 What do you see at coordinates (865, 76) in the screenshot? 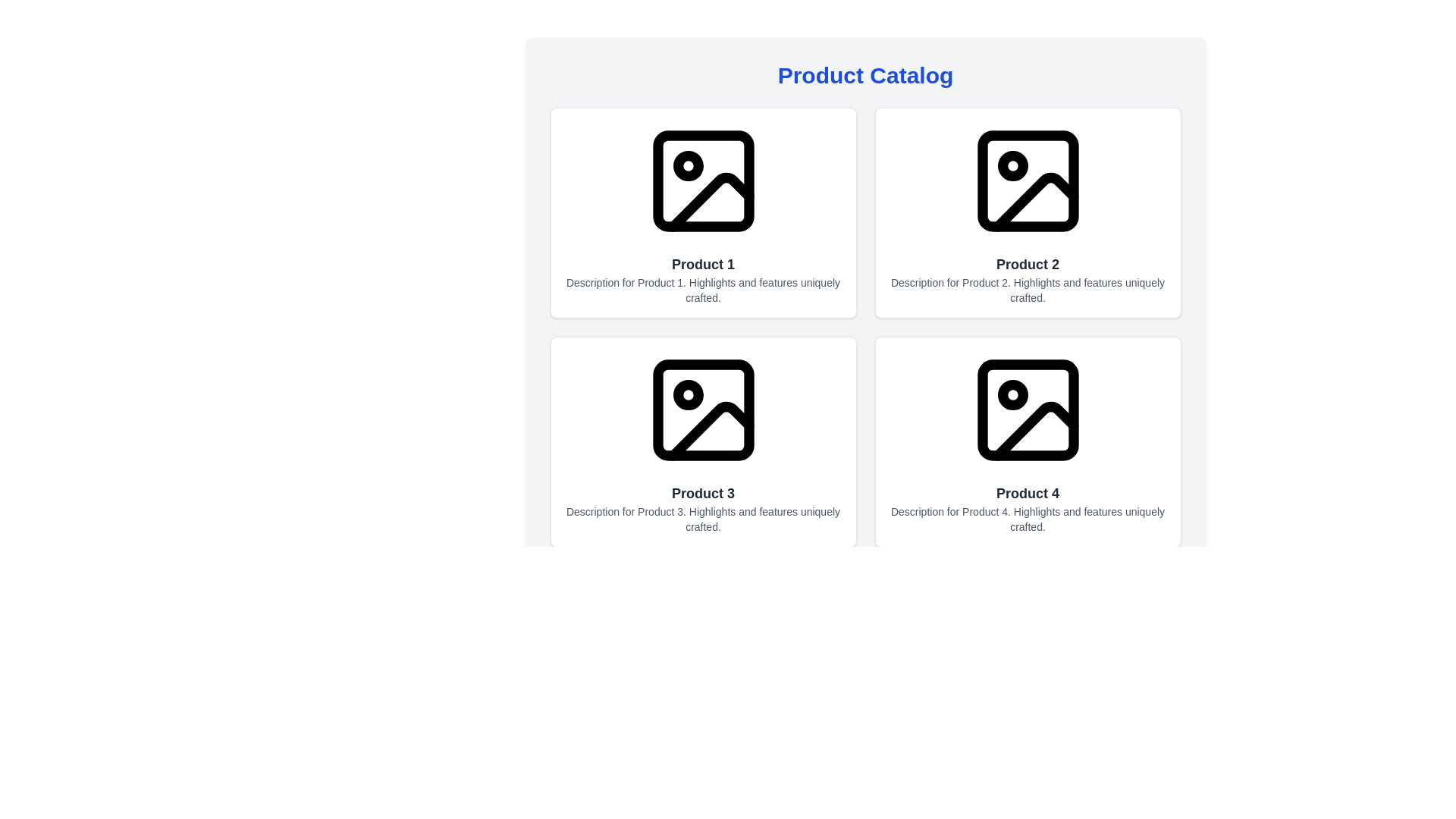
I see `the 'Product Catalog' header which is centrally aligned at the top of the content section` at bounding box center [865, 76].